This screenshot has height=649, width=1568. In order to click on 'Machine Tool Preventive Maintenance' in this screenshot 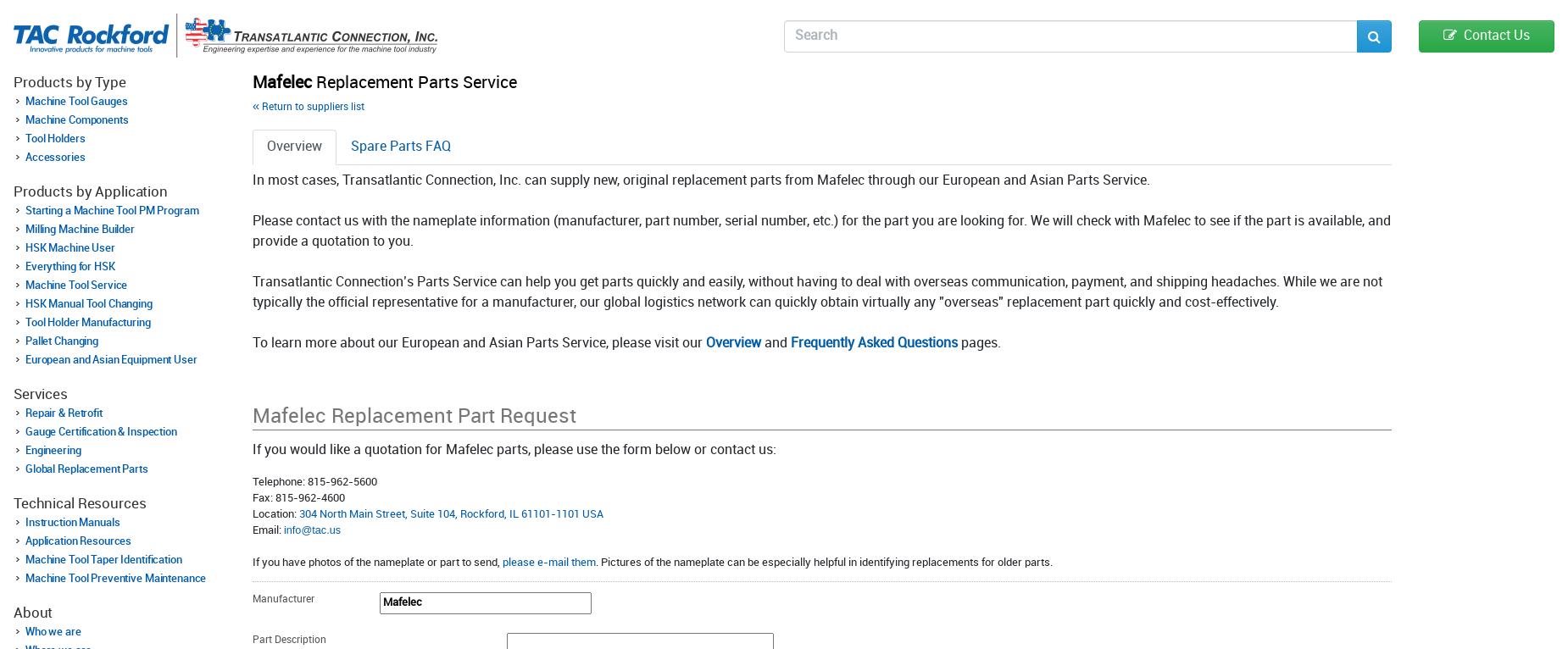, I will do `click(114, 577)`.